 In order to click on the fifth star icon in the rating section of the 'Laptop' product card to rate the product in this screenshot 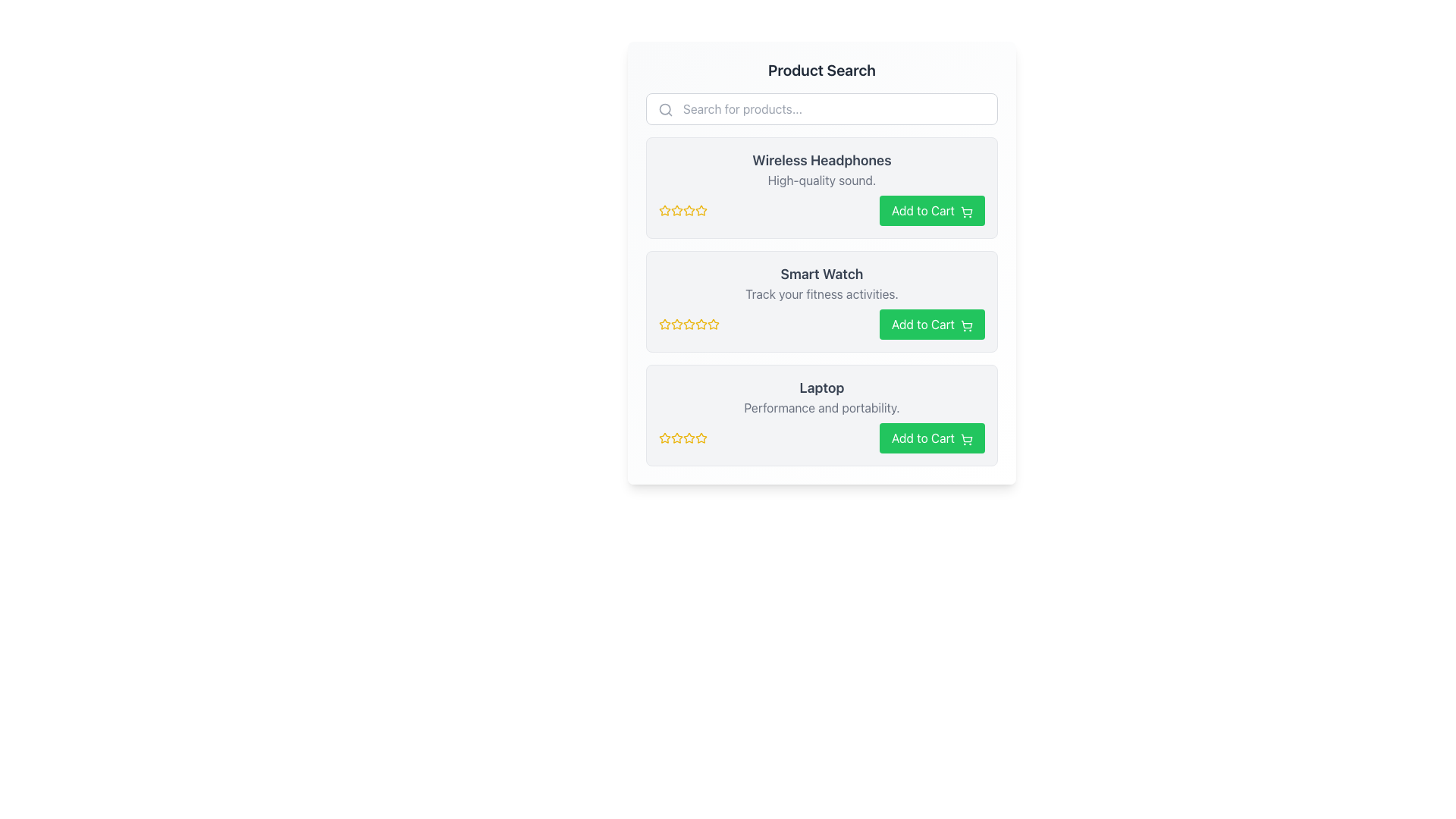, I will do `click(700, 438)`.